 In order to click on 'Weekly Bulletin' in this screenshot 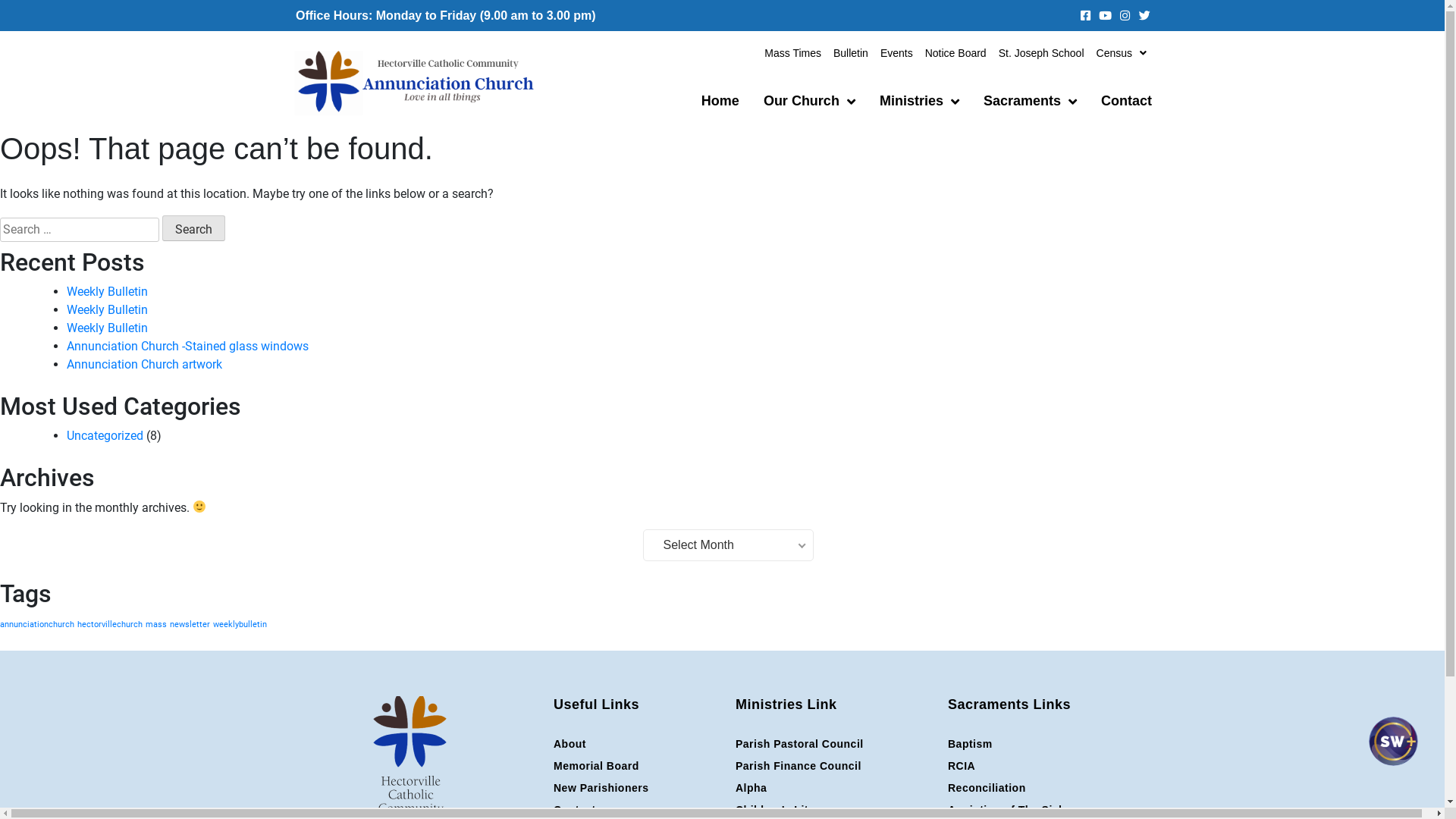, I will do `click(106, 327)`.